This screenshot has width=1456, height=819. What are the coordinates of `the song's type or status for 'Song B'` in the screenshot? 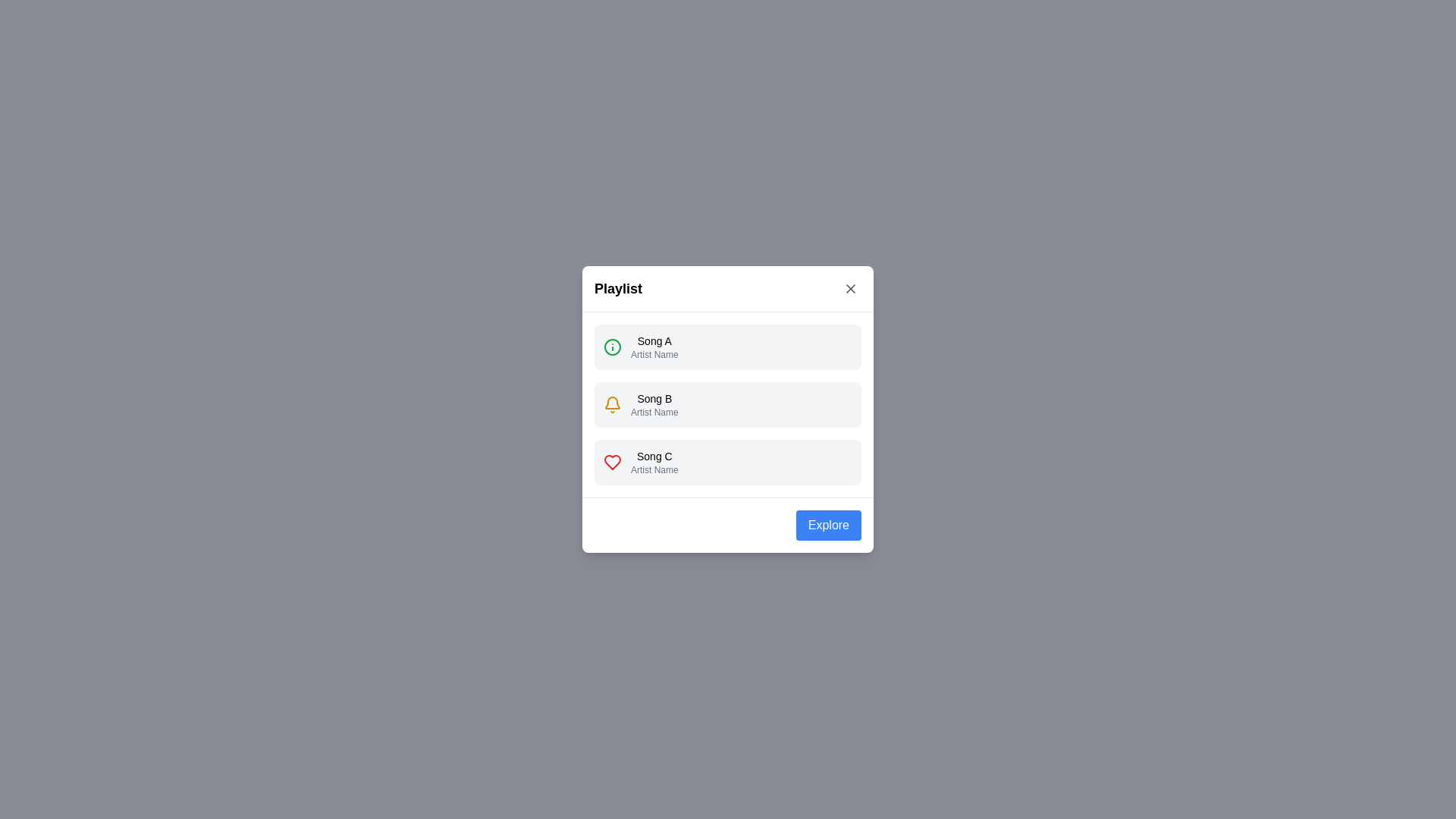 It's located at (728, 409).